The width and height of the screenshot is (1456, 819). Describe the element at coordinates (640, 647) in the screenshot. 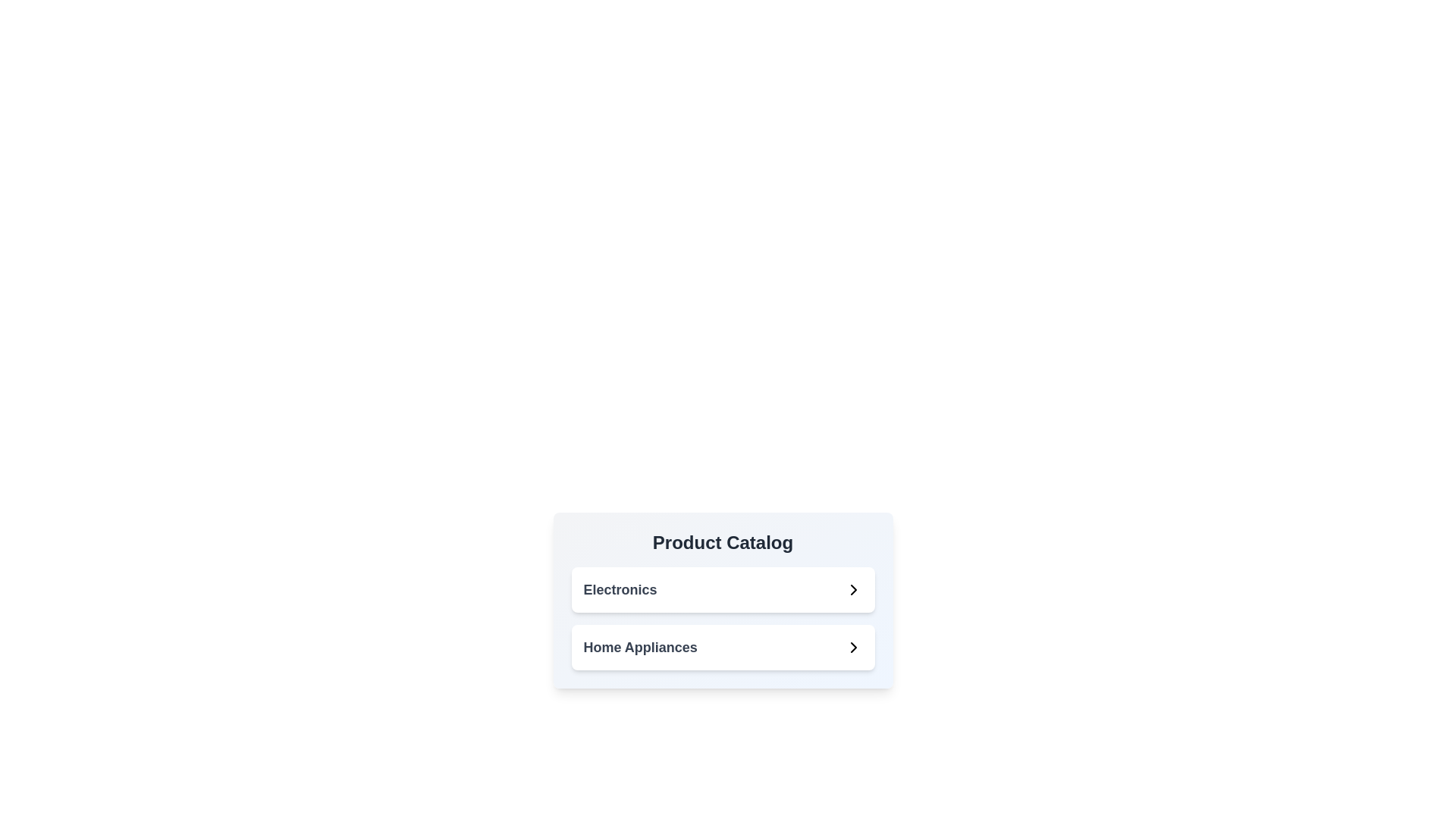

I see `the text label reading 'Home Appliances' which is styled in a large, bold, gray font within a card-like UI structure` at that location.